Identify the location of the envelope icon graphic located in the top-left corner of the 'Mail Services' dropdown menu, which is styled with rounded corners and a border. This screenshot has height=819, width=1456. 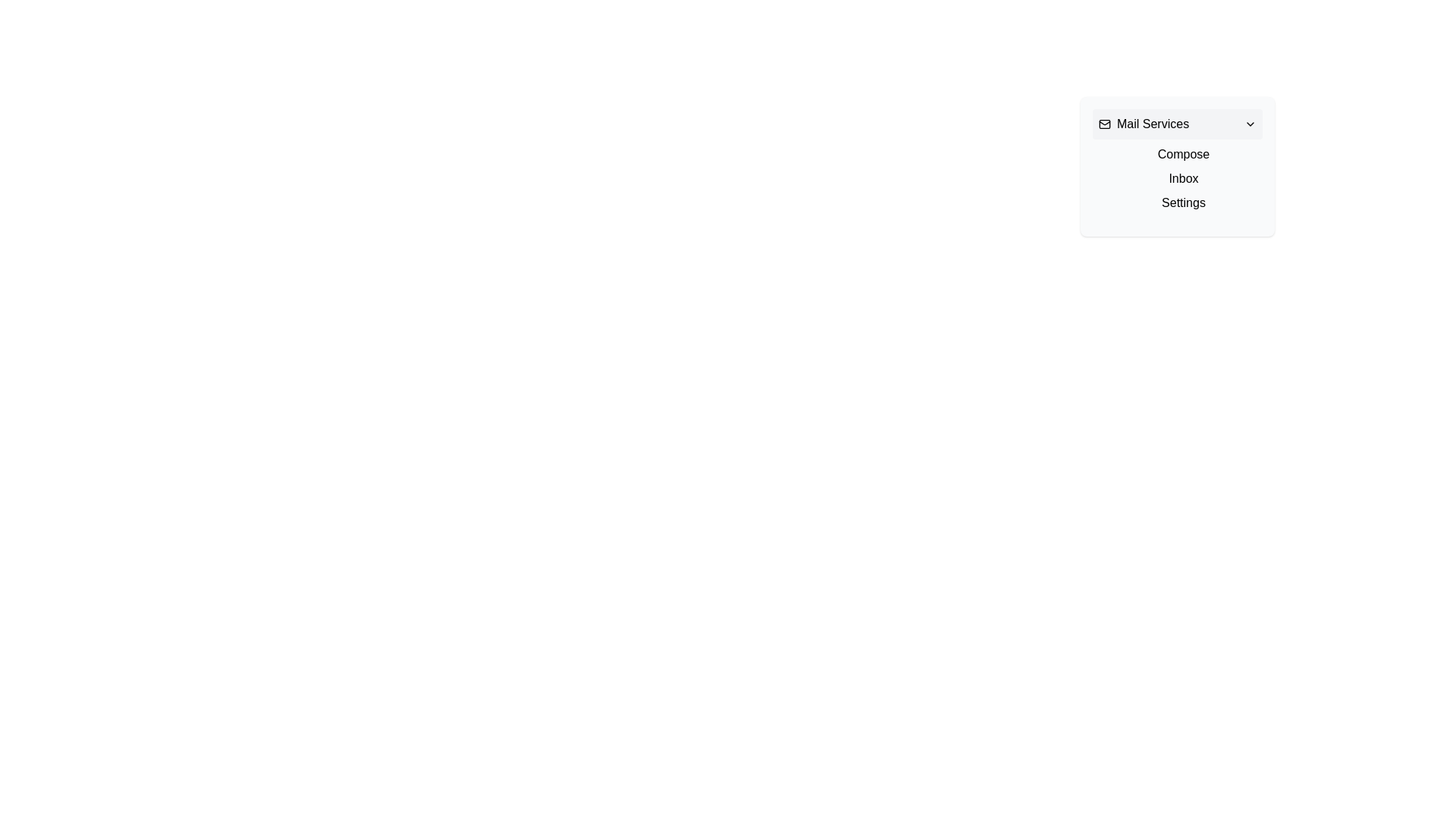
(1105, 124).